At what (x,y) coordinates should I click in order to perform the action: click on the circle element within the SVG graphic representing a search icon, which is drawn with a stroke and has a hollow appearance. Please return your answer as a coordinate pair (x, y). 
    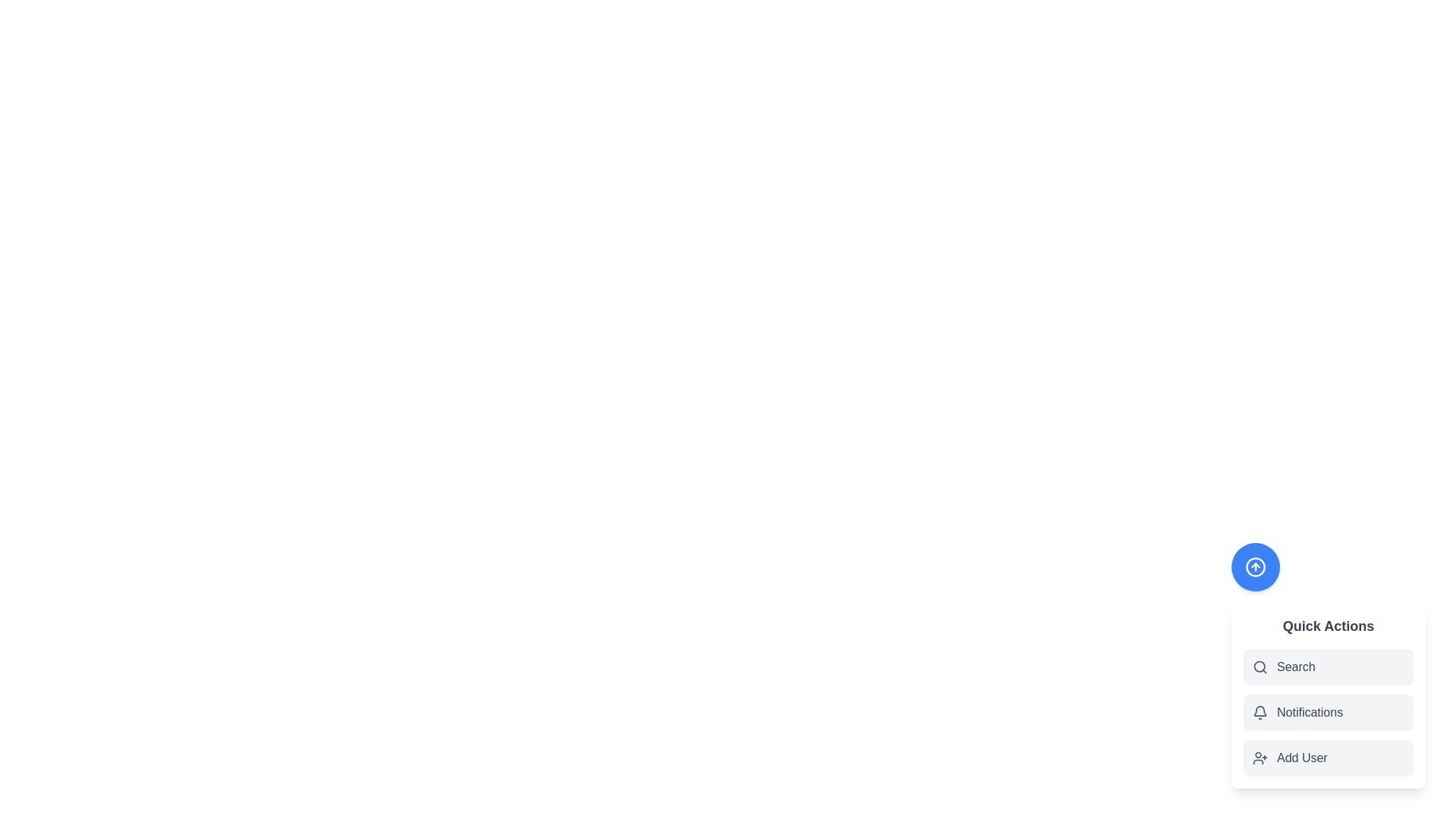
    Looking at the image, I should click on (1260, 666).